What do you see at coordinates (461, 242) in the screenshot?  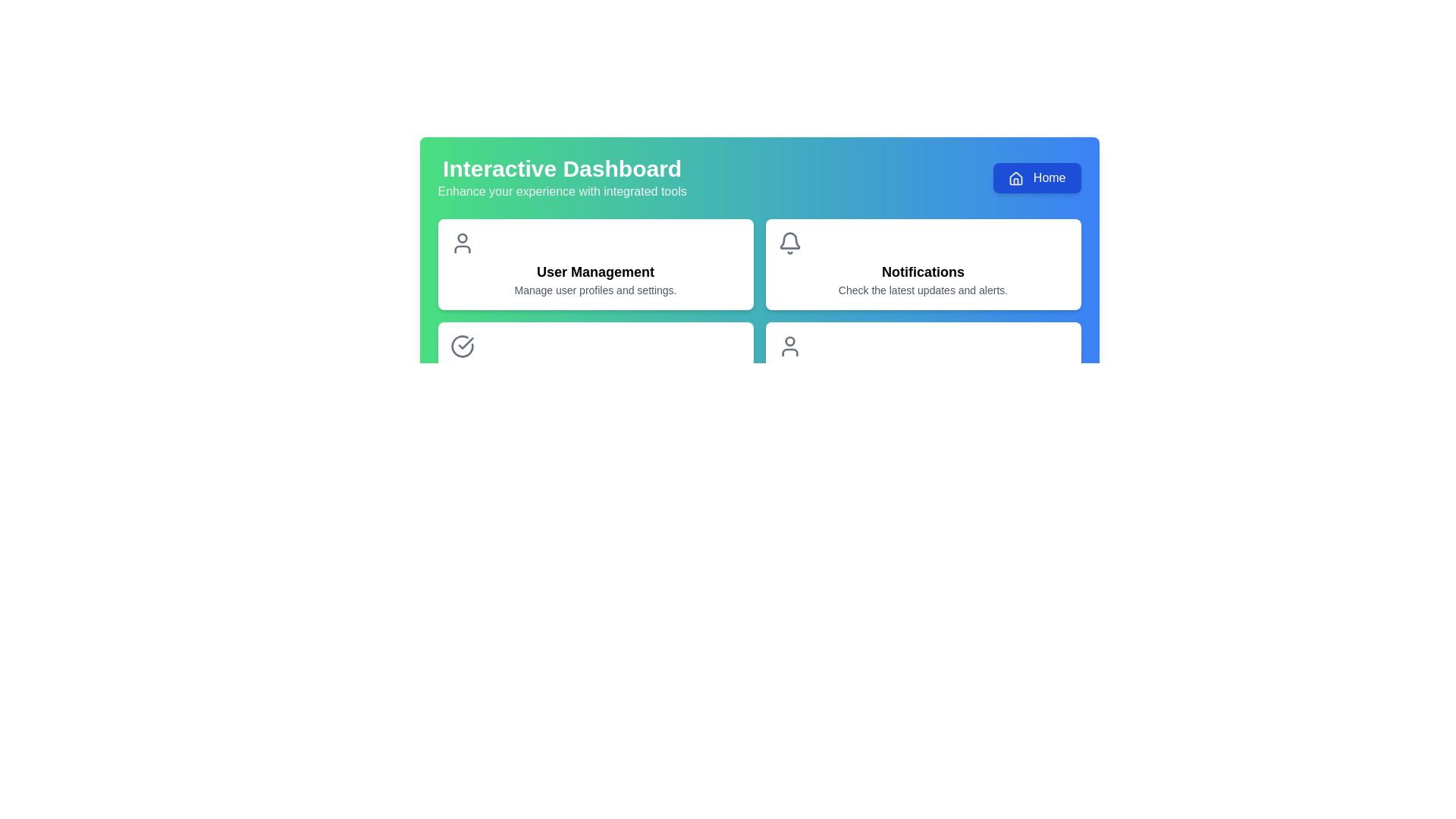 I see `the user icon located in the top-left corner of the 'User Management' card, which consists of a circle for the head and rounded shoulders, outlined in grayscale` at bounding box center [461, 242].